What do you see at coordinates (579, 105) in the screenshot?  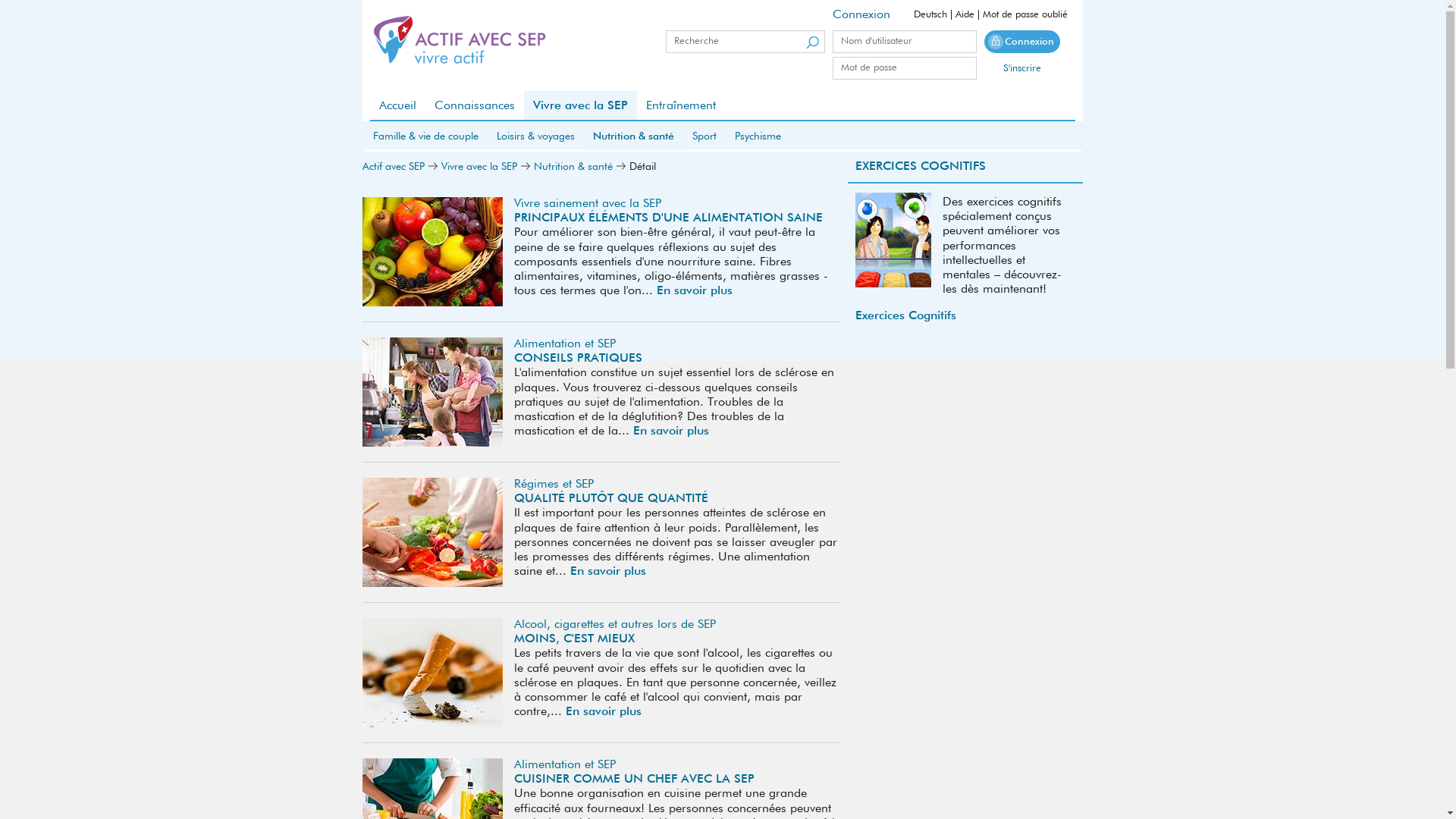 I see `'Vivre avec la SEP'` at bounding box center [579, 105].